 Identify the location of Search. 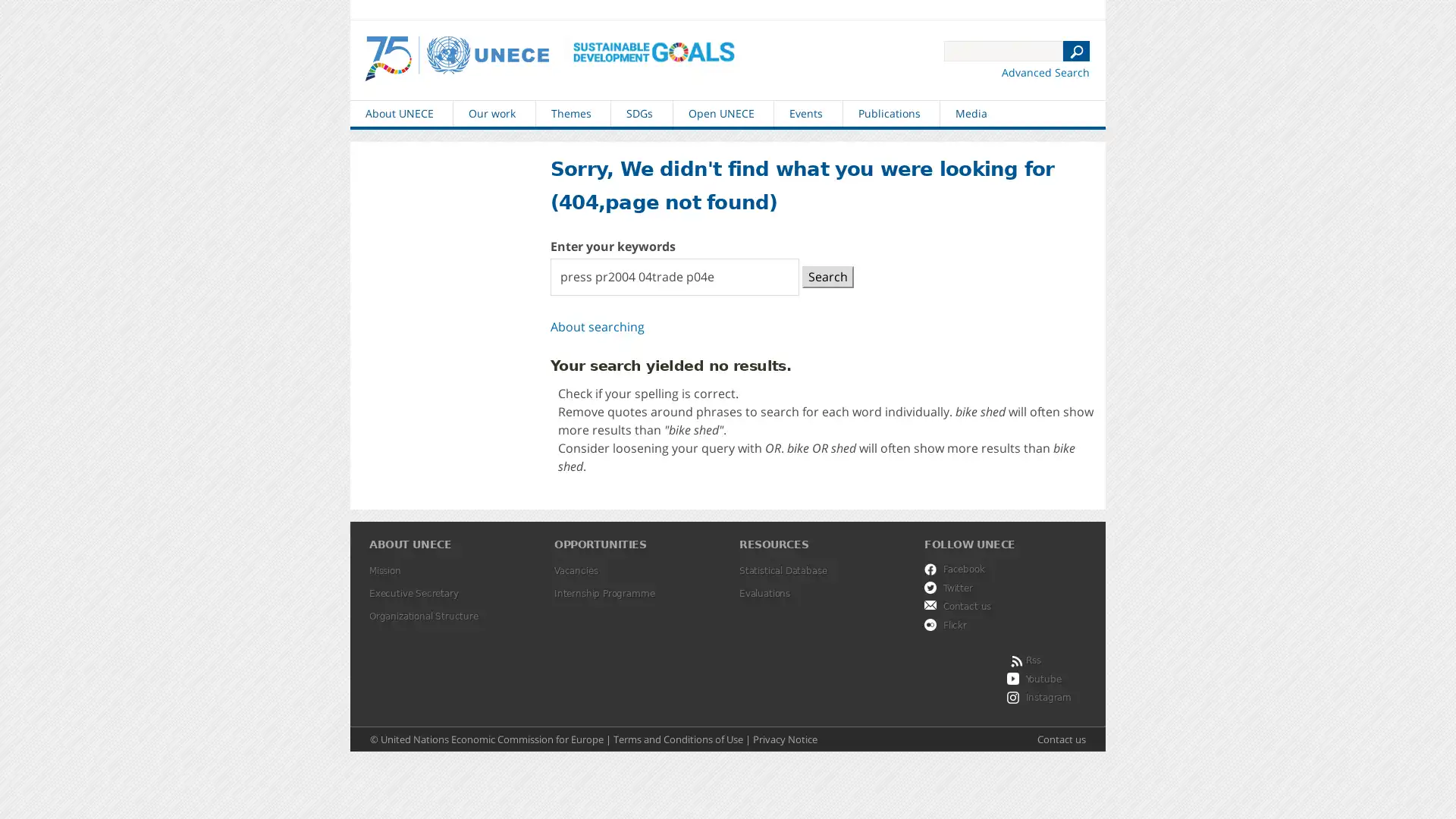
(827, 277).